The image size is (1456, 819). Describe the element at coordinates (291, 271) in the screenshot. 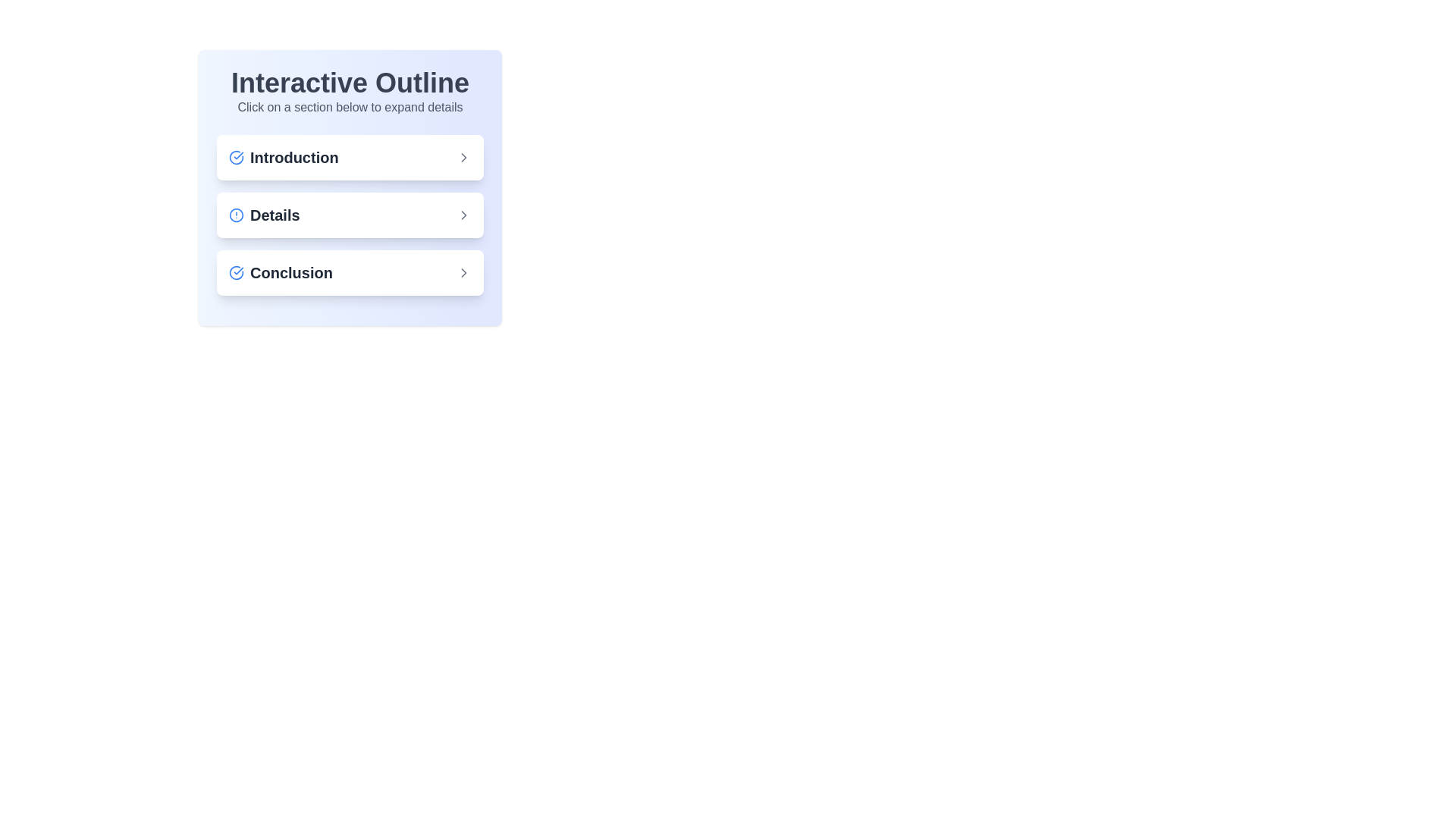

I see `the Text label that indicates the user's focus in the interactive outline, located to the right of a blue checkmark icon within the third section, below 'Details'` at that location.